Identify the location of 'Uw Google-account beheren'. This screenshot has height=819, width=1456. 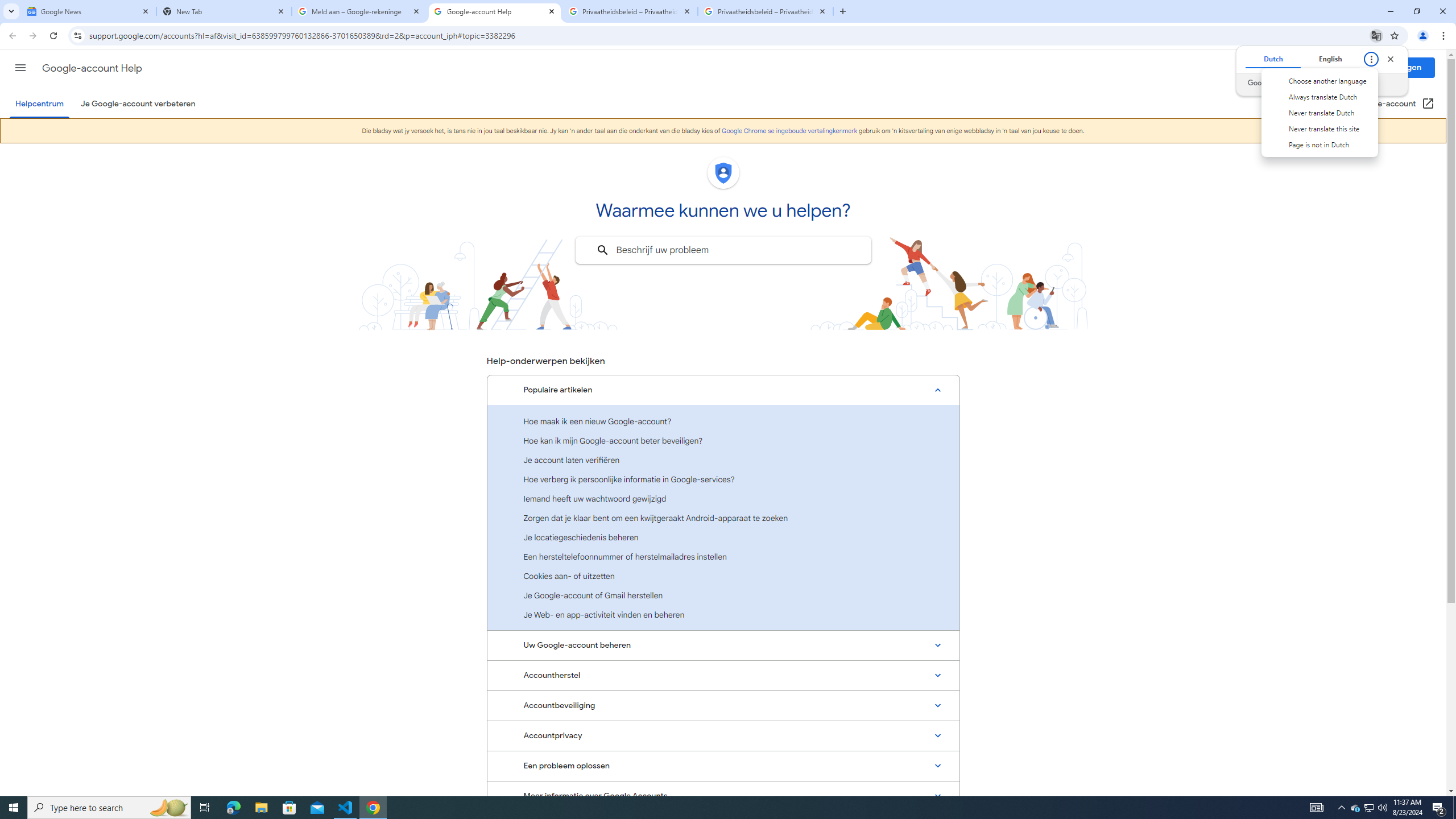
(723, 644).